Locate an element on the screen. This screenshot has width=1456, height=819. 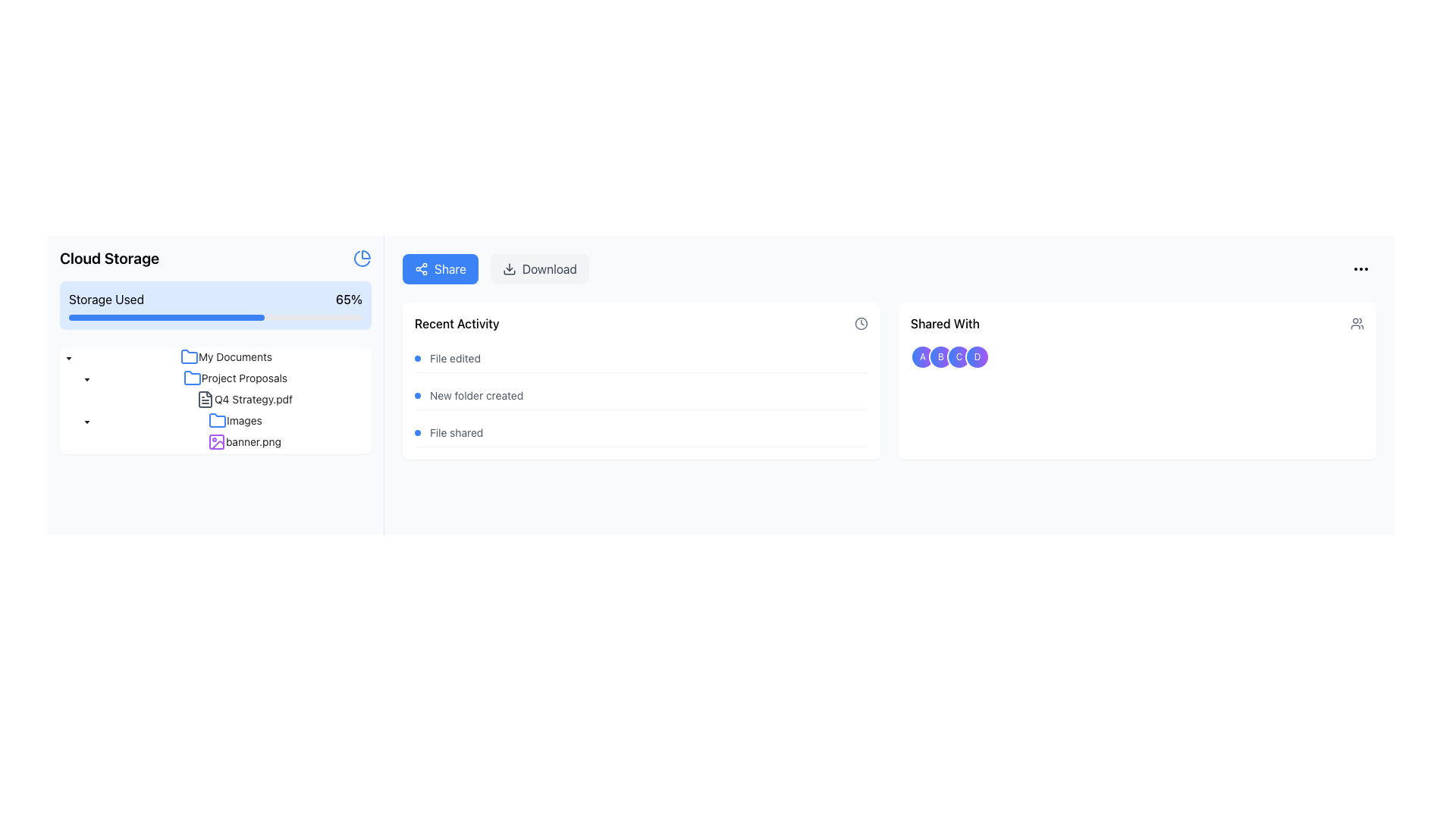
the circular user identifier avatar with a bold letter 'B' at its center is located at coordinates (940, 356).